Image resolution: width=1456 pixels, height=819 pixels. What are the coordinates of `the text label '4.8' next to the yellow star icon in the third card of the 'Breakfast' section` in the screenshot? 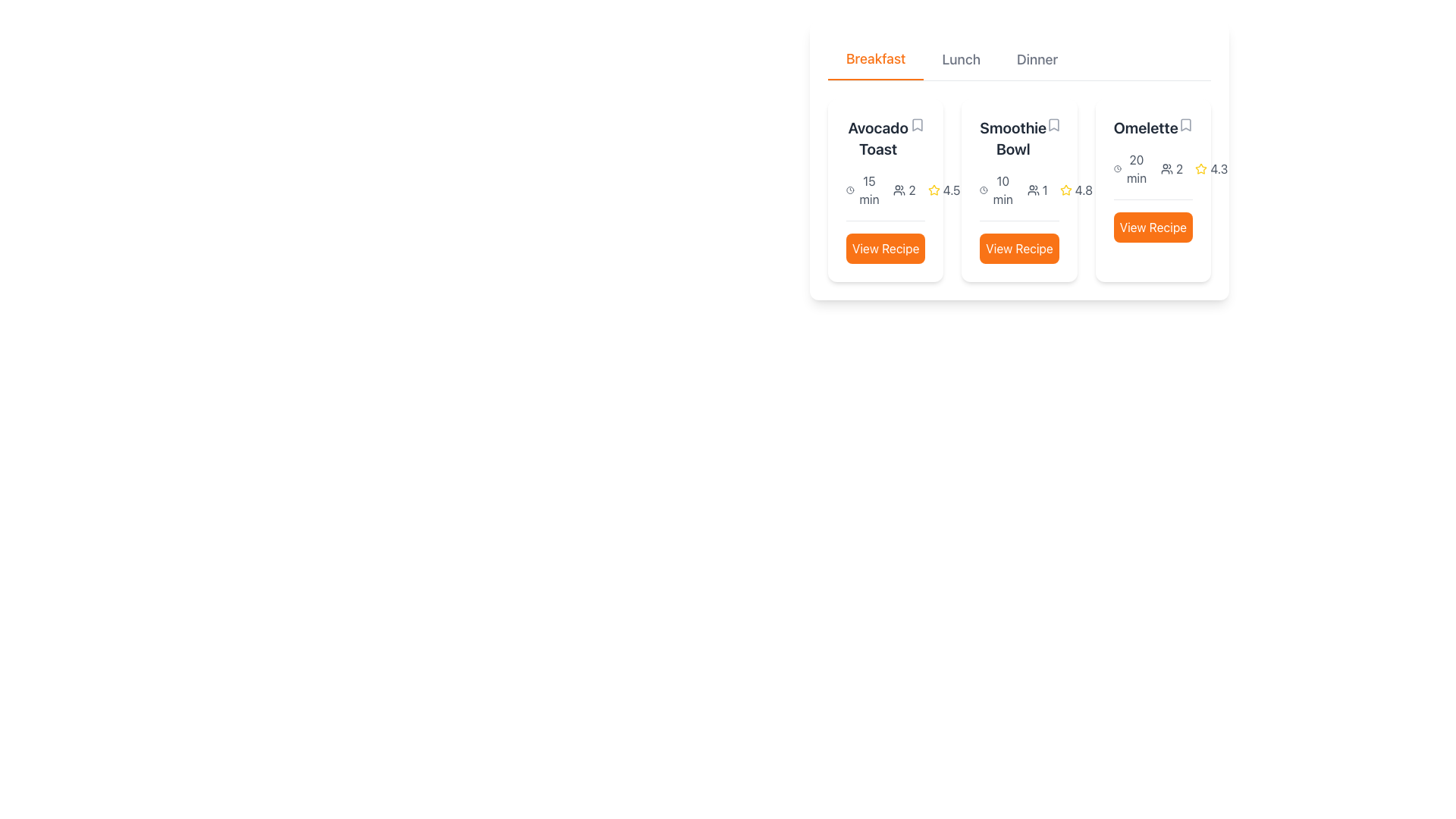 It's located at (1075, 189).